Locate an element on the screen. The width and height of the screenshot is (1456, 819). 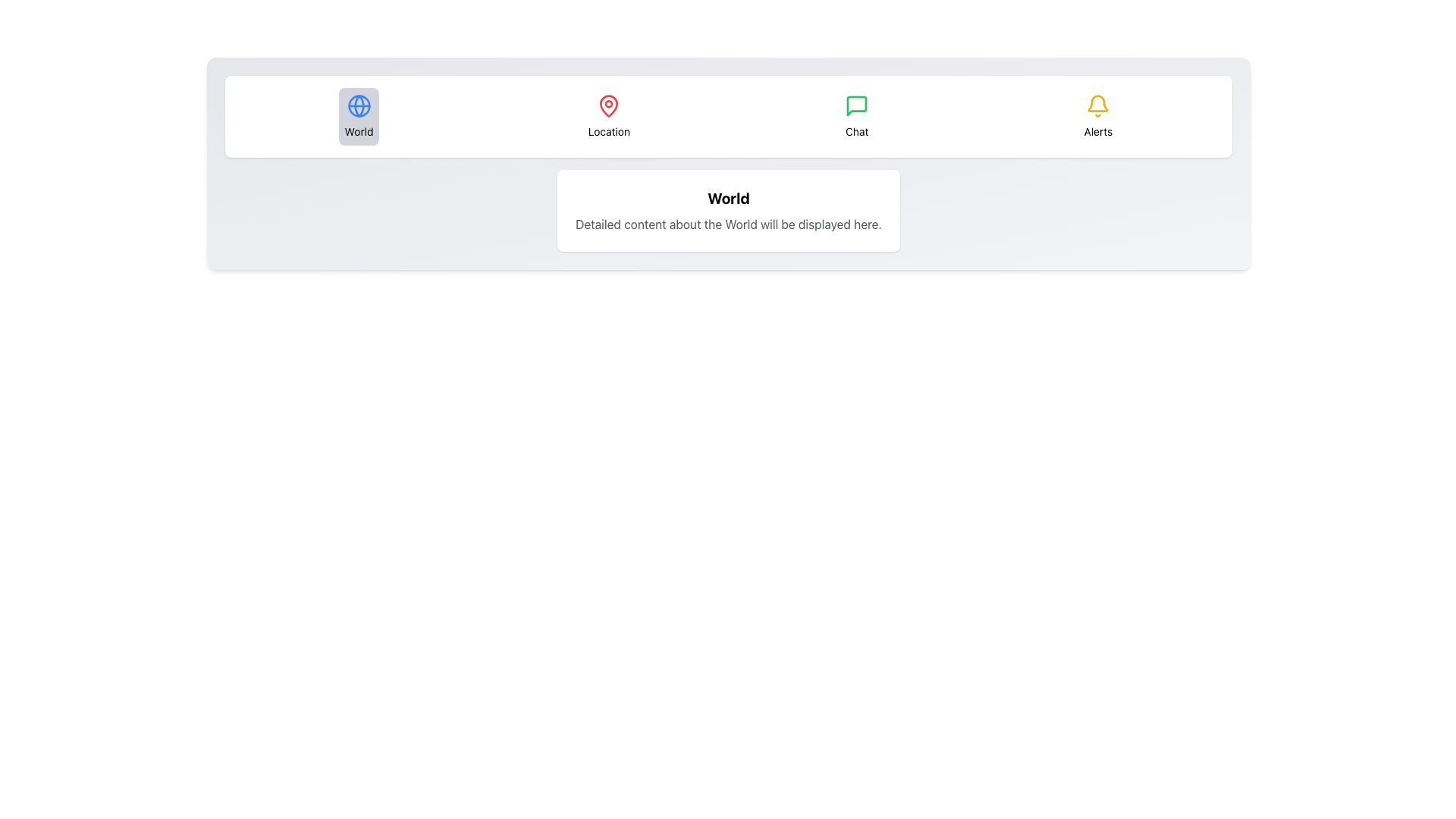
the red map pin icon located as the second icon from the left in the navigation panel is located at coordinates (609, 105).